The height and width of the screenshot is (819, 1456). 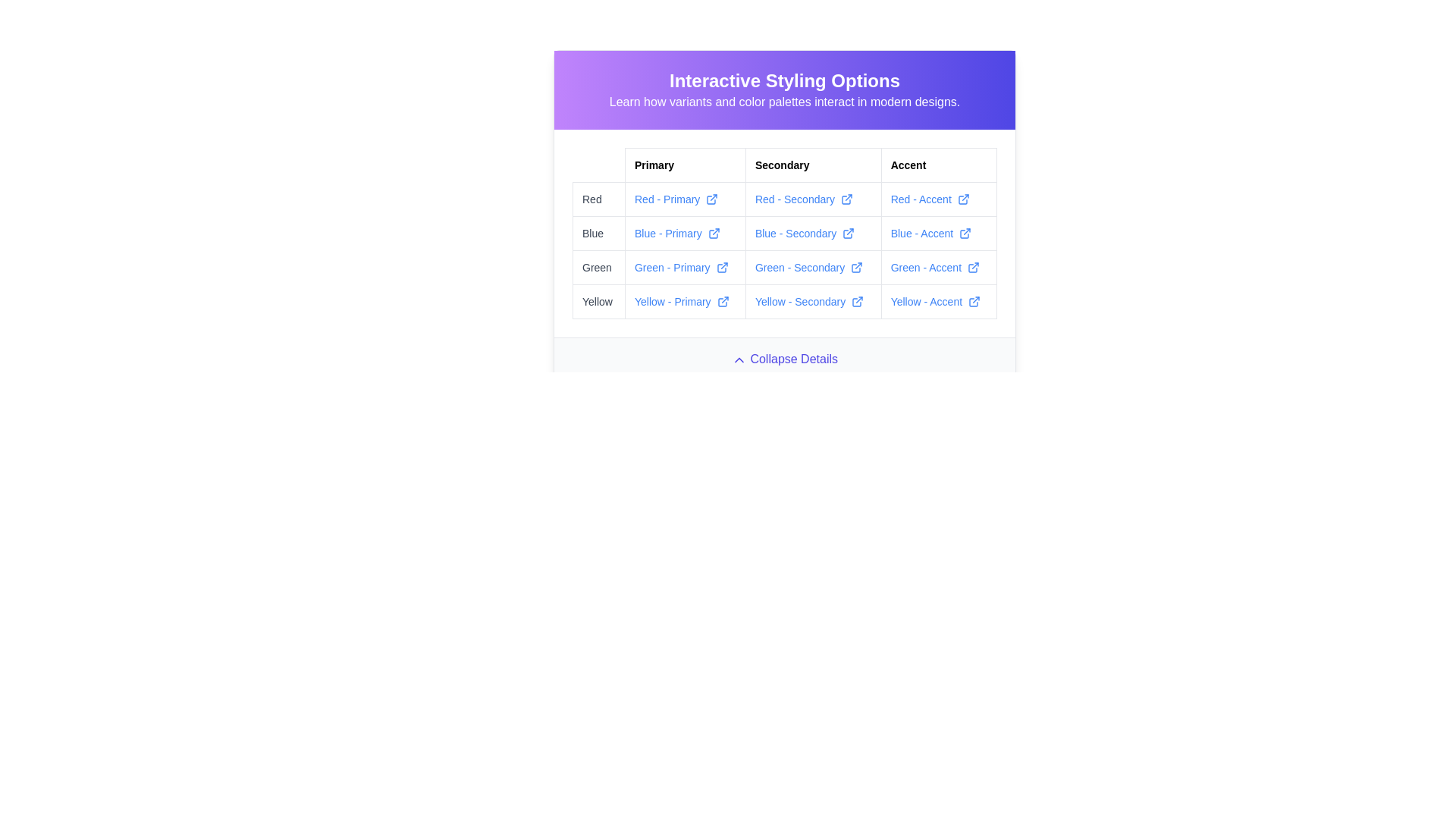 What do you see at coordinates (848, 234) in the screenshot?
I see `the external navigation icon located in the 'Secondary' column adjacent to the text 'Blue - Secondary' for information` at bounding box center [848, 234].